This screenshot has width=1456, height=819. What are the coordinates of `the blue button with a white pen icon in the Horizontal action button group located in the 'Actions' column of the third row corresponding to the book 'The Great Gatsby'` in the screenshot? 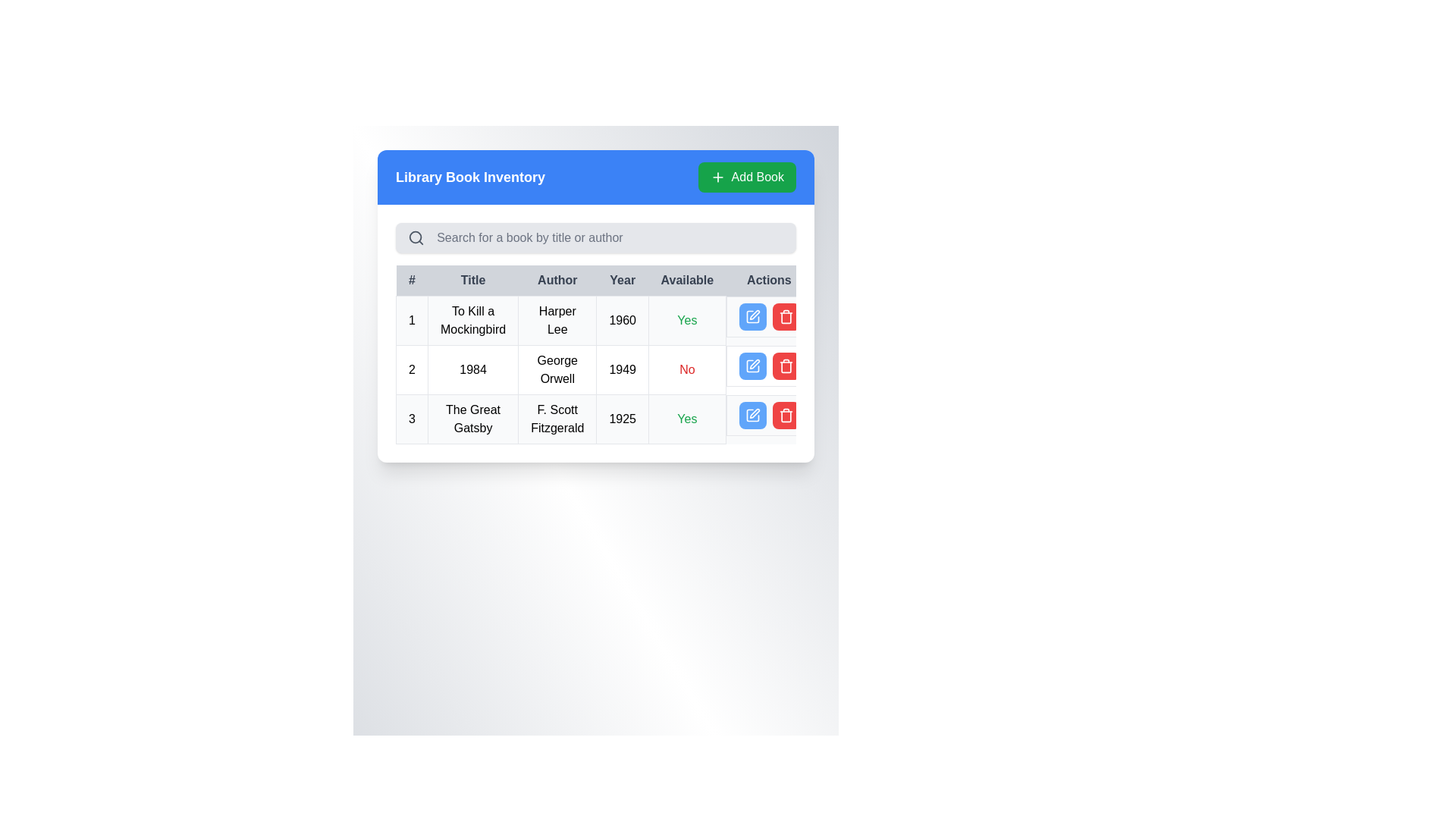 It's located at (769, 415).